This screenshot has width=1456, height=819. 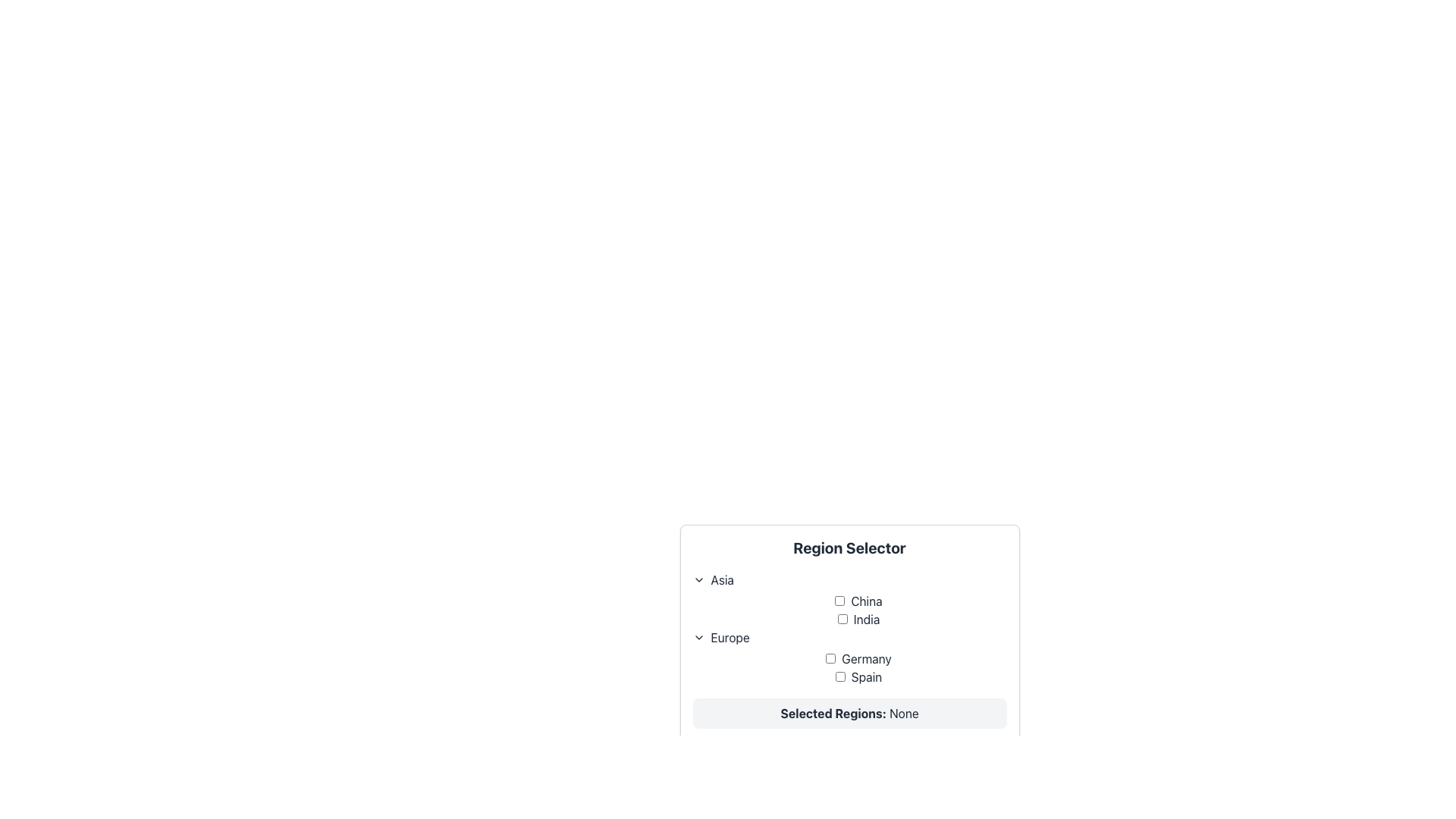 What do you see at coordinates (858, 676) in the screenshot?
I see `the text label displaying 'Spain', which is aligned horizontally with its associated checkbox and located below 'Germany' in the 'Europe' region group` at bounding box center [858, 676].